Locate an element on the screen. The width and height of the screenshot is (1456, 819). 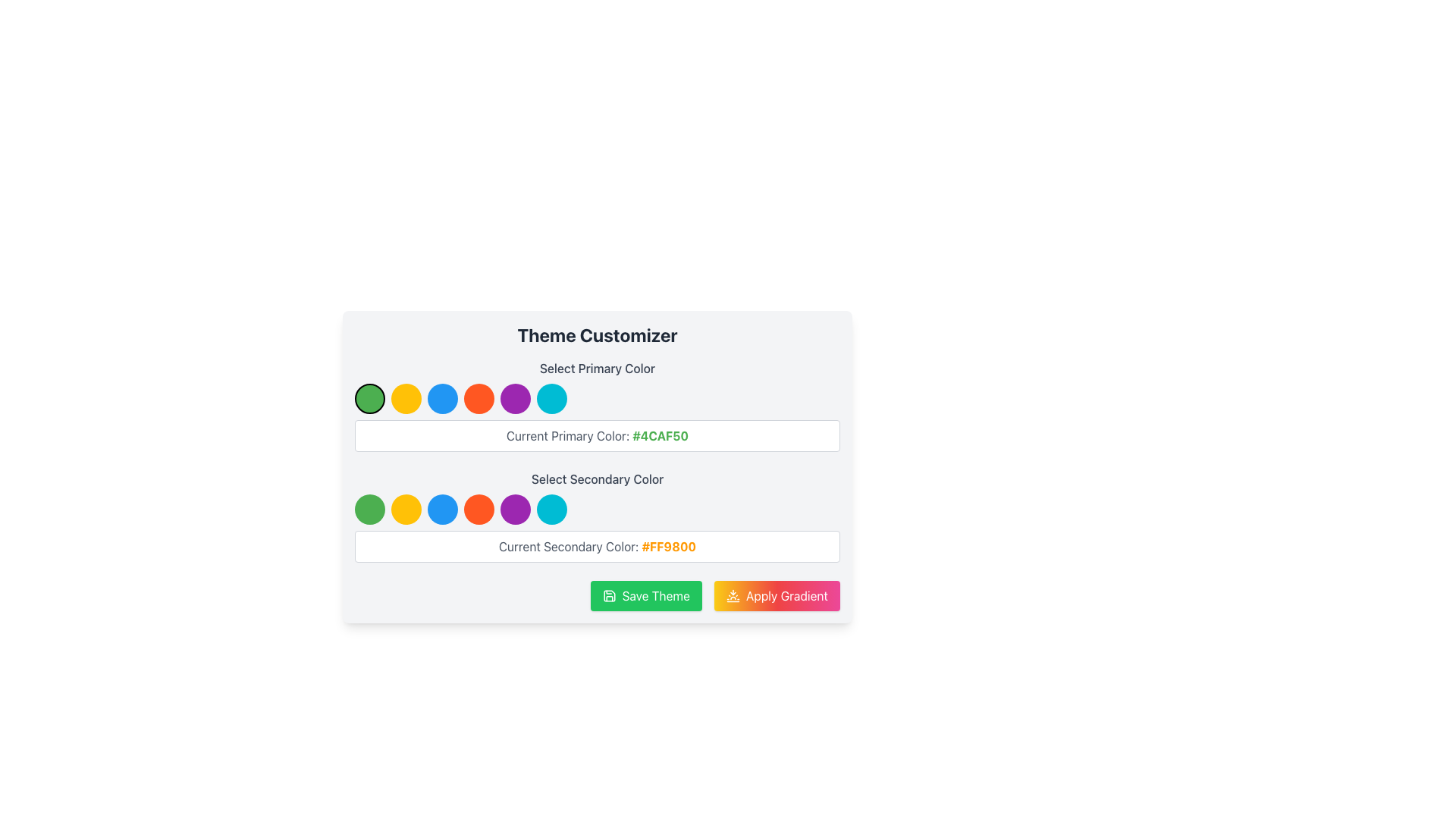
the 'Save Theme' button, which has a green background and white text is located at coordinates (646, 595).